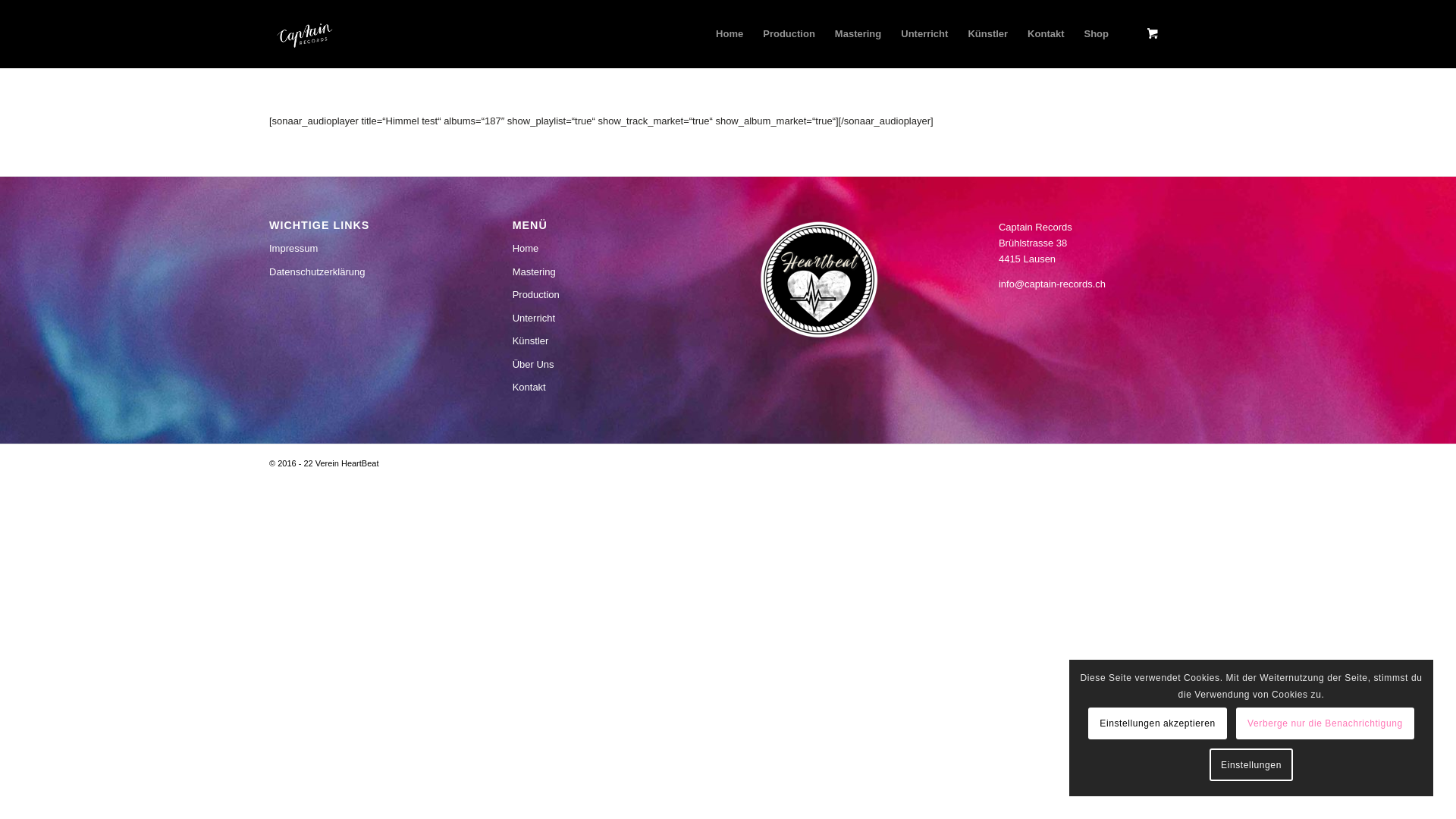 Image resolution: width=1456 pixels, height=819 pixels. What do you see at coordinates (513, 318) in the screenshot?
I see `'Unterricht'` at bounding box center [513, 318].